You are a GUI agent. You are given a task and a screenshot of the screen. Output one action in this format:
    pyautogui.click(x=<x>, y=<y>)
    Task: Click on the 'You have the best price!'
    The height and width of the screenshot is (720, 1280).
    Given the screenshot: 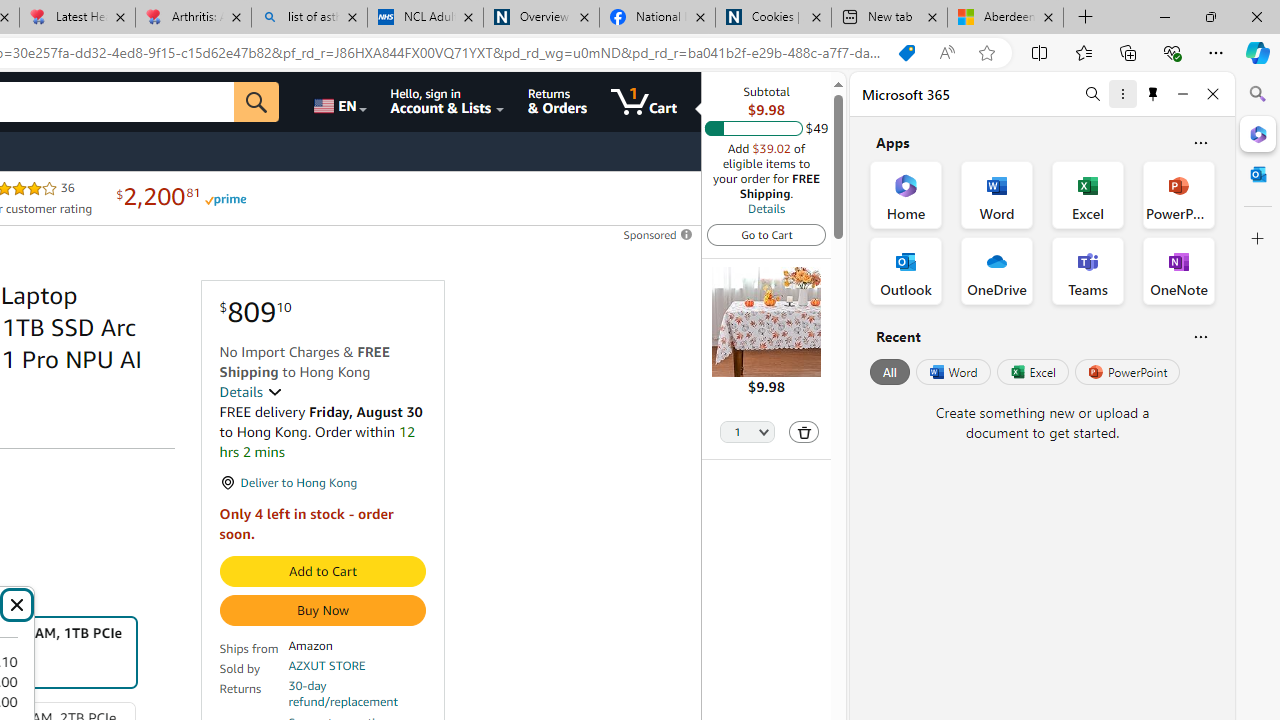 What is the action you would take?
    pyautogui.click(x=905, y=52)
    